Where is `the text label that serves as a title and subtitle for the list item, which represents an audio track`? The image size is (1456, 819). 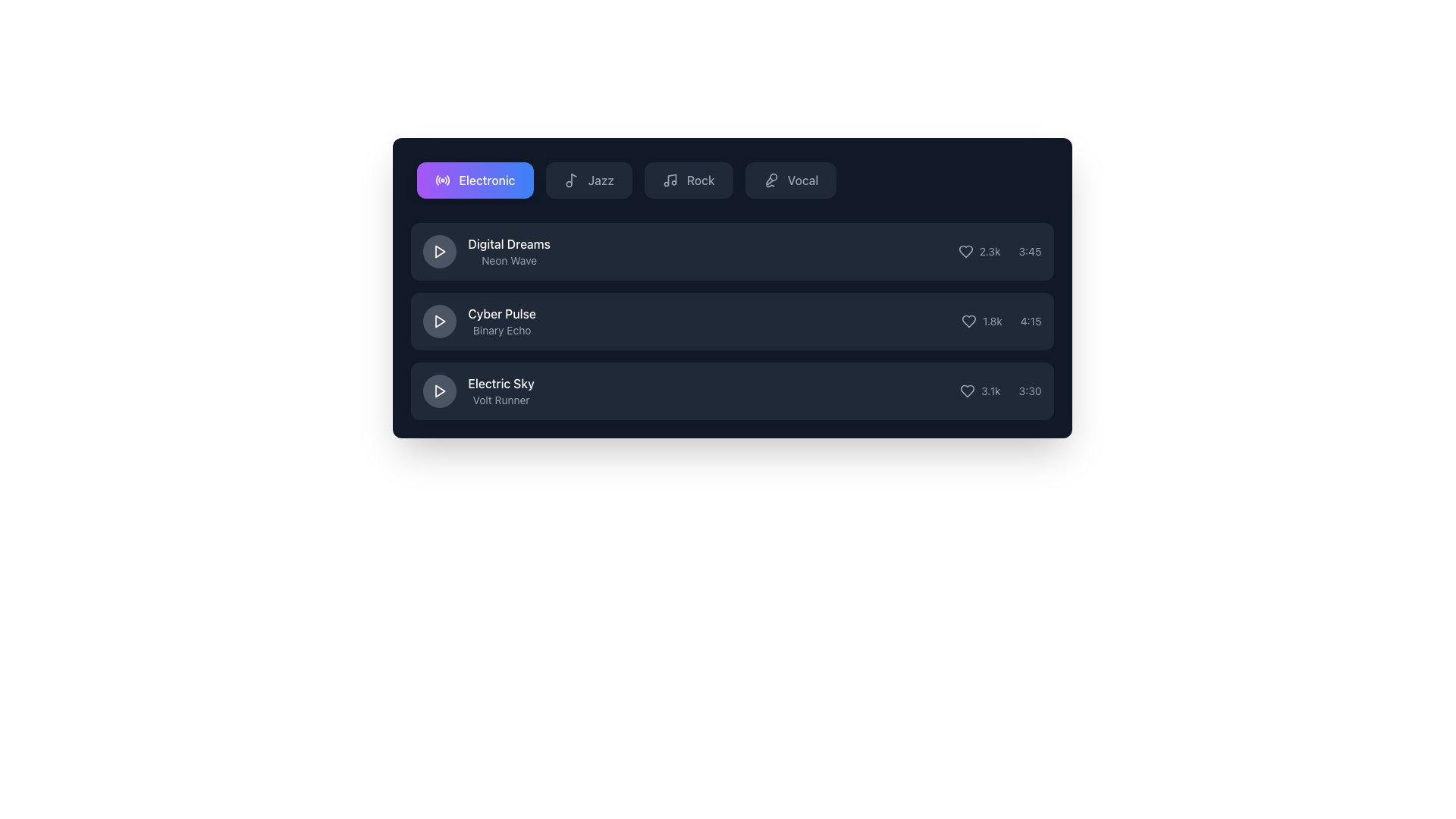
the text label that serves as a title and subtitle for the list item, which represents an audio track is located at coordinates (501, 391).